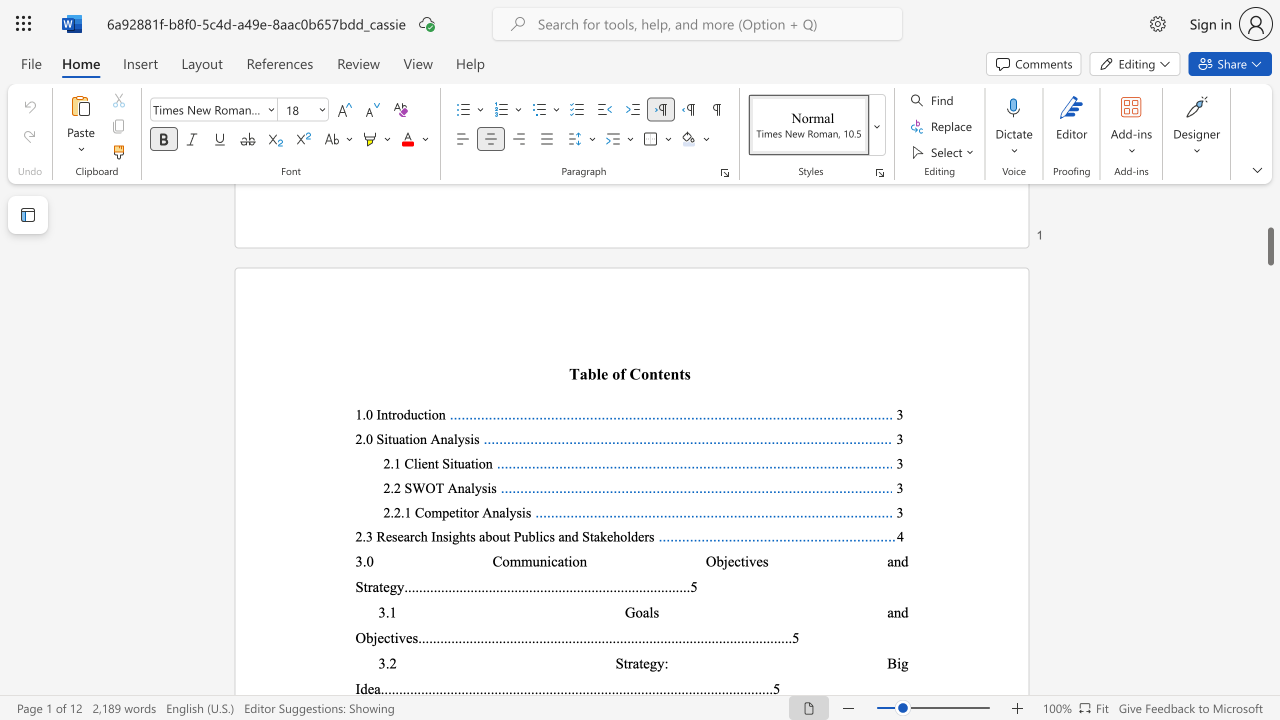 Image resolution: width=1280 pixels, height=720 pixels. I want to click on the 1th character "i" in the text, so click(386, 438).